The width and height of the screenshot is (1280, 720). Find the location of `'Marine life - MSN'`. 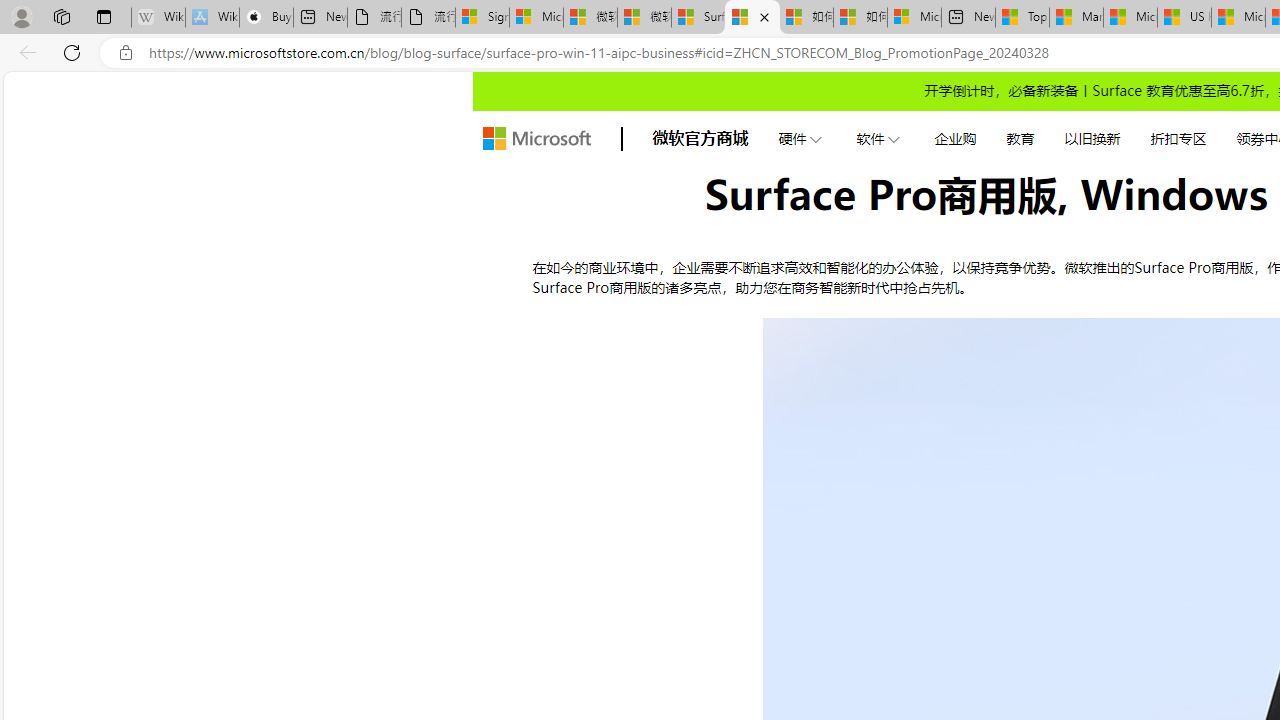

'Marine life - MSN' is located at coordinates (1075, 17).